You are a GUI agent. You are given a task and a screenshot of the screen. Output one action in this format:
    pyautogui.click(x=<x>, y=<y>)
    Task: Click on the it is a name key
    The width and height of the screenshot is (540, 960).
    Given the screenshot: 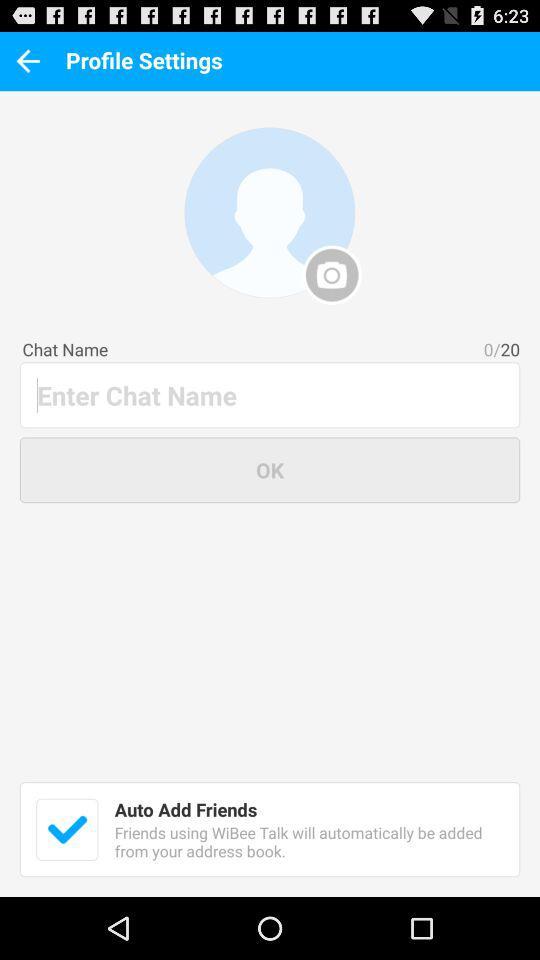 What is the action you would take?
    pyautogui.click(x=270, y=394)
    